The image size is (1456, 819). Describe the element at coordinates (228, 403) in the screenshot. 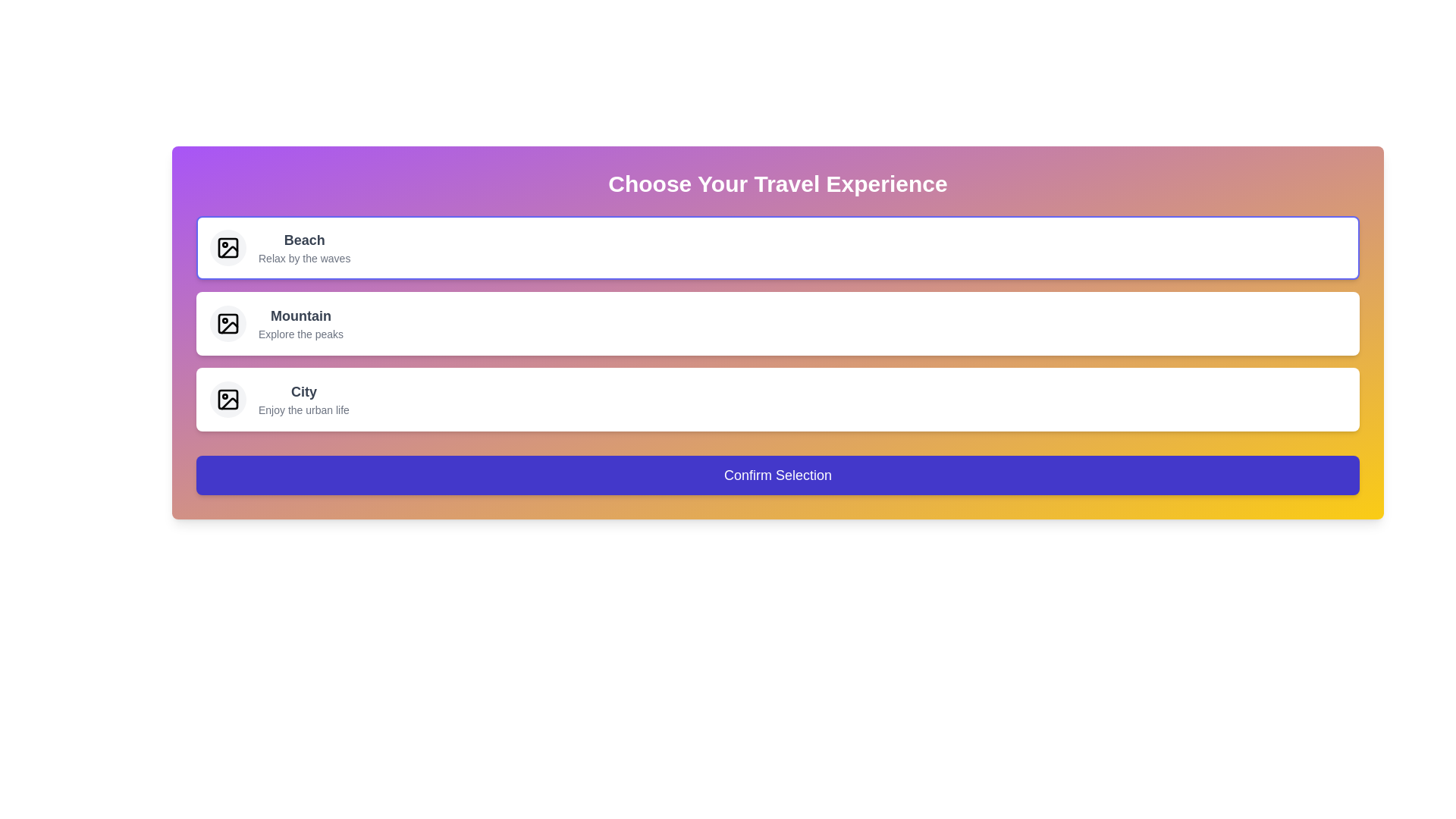

I see `the triangular marker icon, which is part of the 'City' option card labeled 'Enjoy the urban life', located on the left side of the text content at the bottom of the list` at that location.